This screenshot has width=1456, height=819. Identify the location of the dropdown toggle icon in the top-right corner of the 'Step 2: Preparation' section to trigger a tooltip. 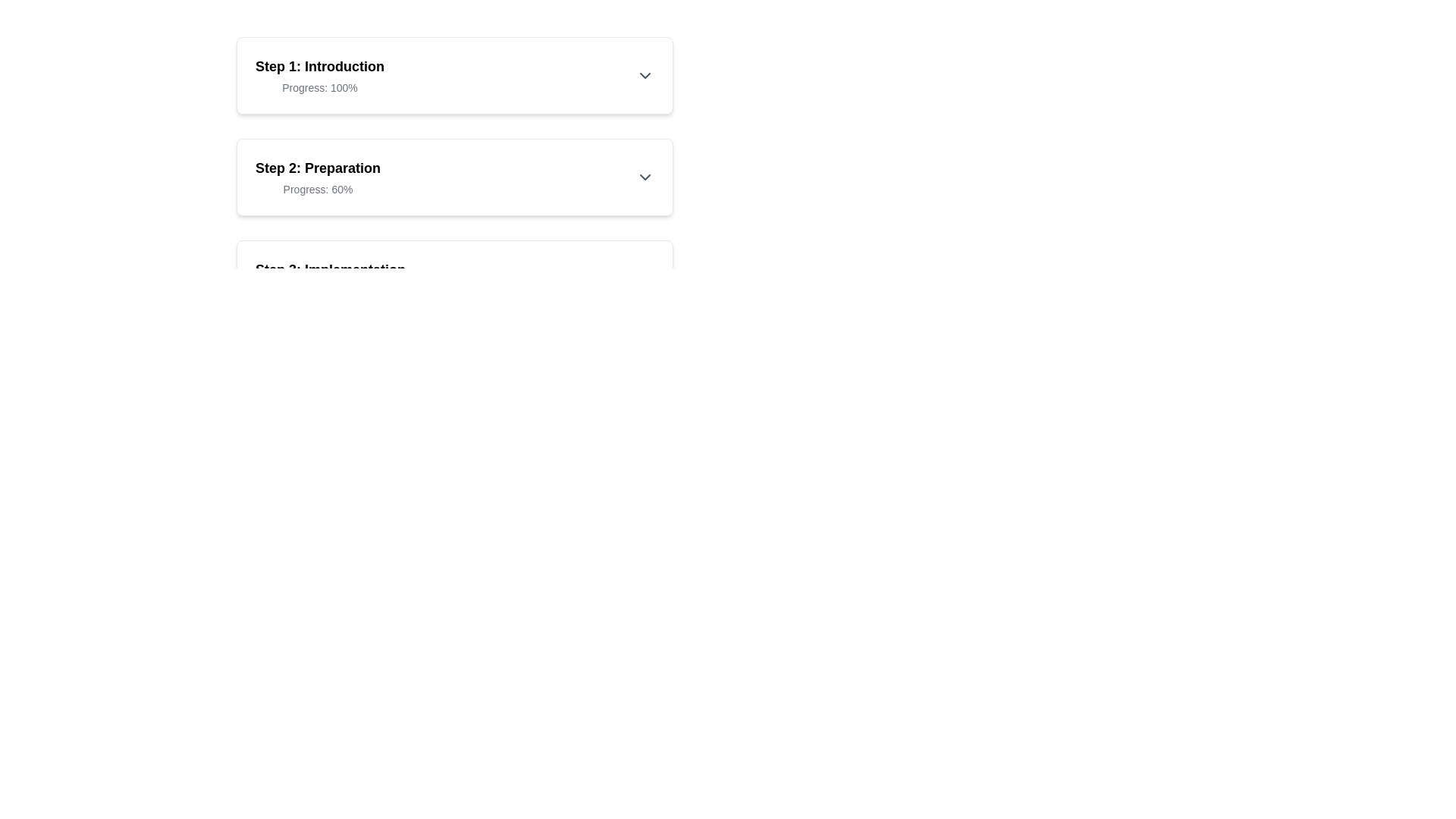
(645, 177).